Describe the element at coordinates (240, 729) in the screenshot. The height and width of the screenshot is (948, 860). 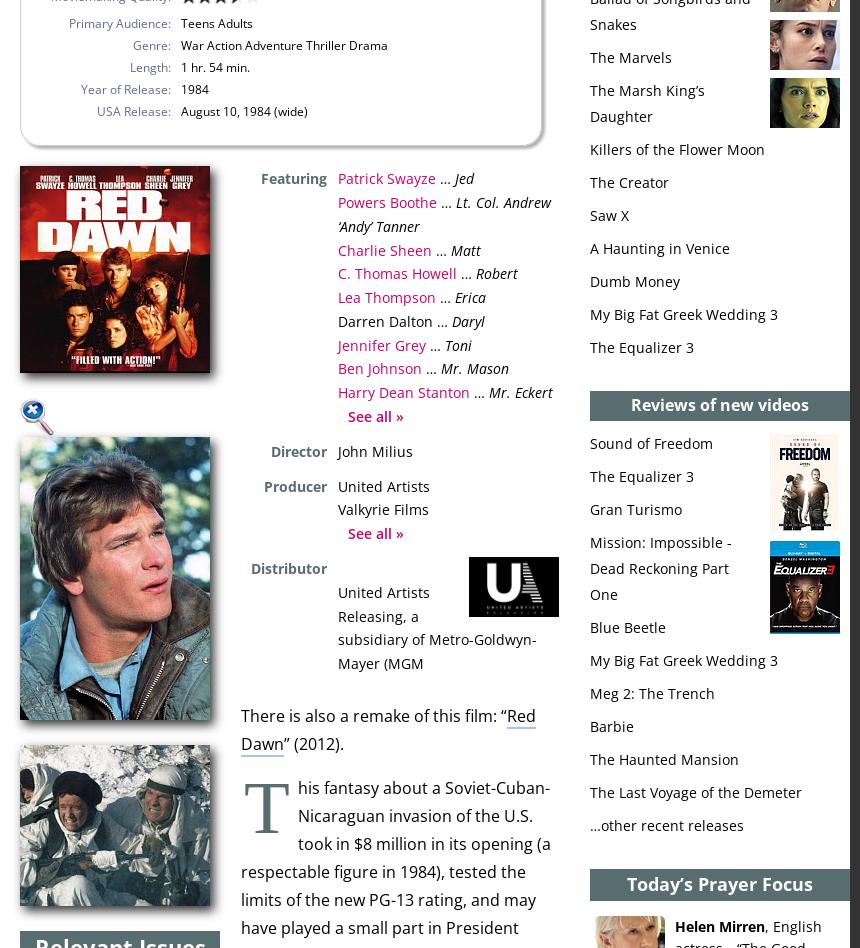
I see `'Red Dawn'` at that location.